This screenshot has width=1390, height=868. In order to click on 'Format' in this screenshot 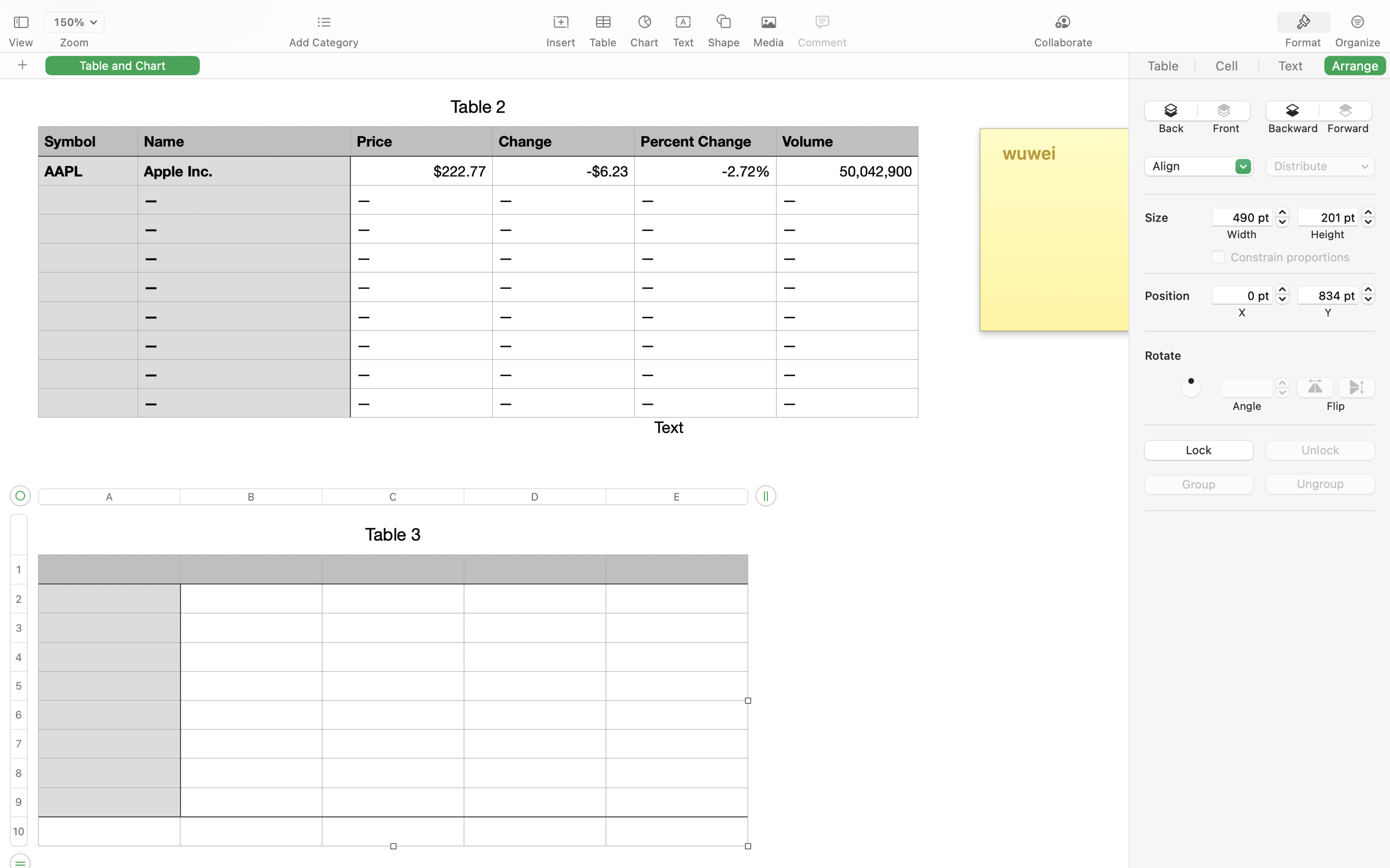, I will do `click(1303, 42)`.